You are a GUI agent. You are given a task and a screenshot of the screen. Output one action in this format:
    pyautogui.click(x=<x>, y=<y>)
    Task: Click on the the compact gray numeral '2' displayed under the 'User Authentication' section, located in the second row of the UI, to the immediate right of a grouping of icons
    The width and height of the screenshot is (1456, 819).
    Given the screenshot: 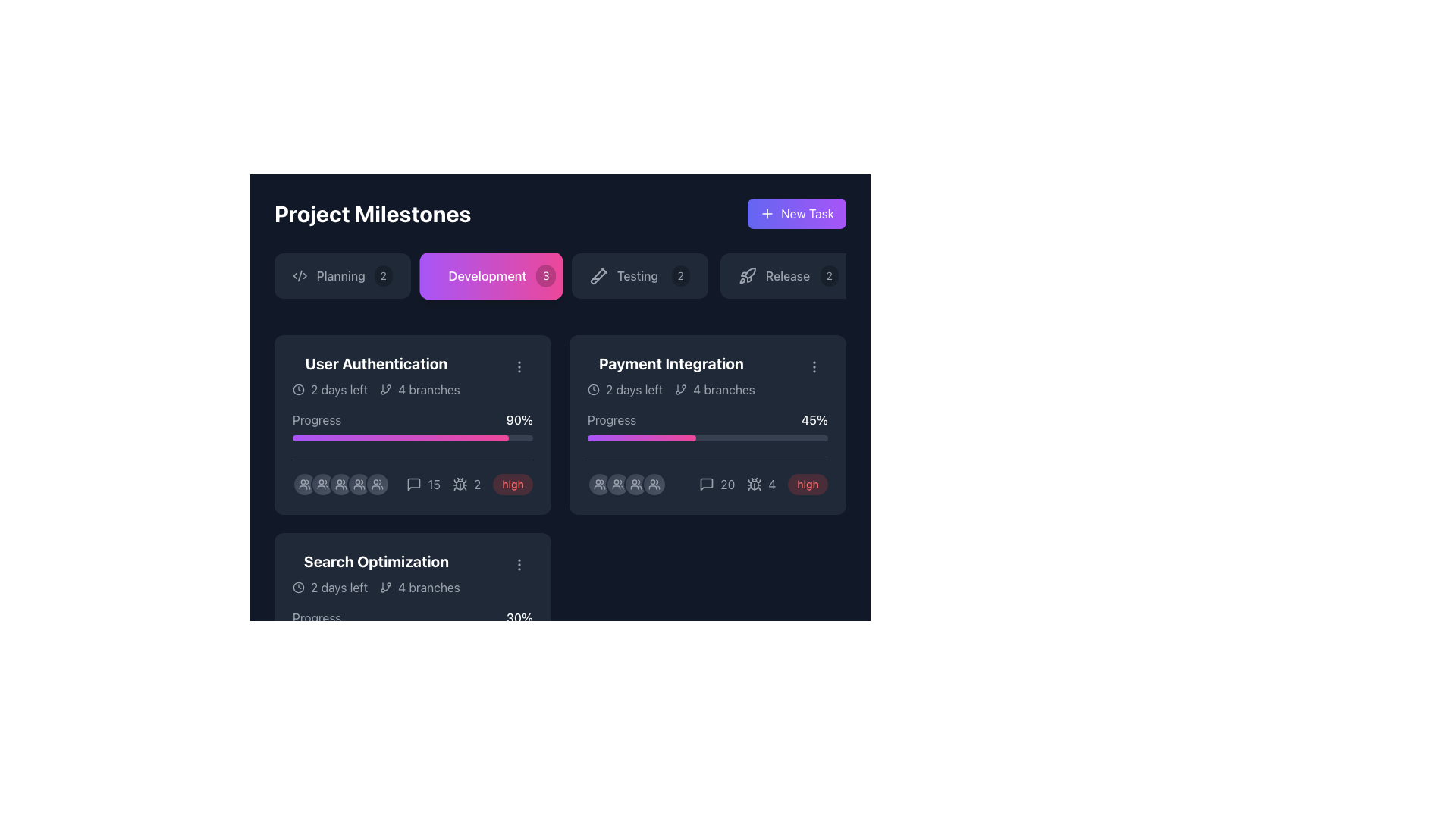 What is the action you would take?
    pyautogui.click(x=476, y=485)
    